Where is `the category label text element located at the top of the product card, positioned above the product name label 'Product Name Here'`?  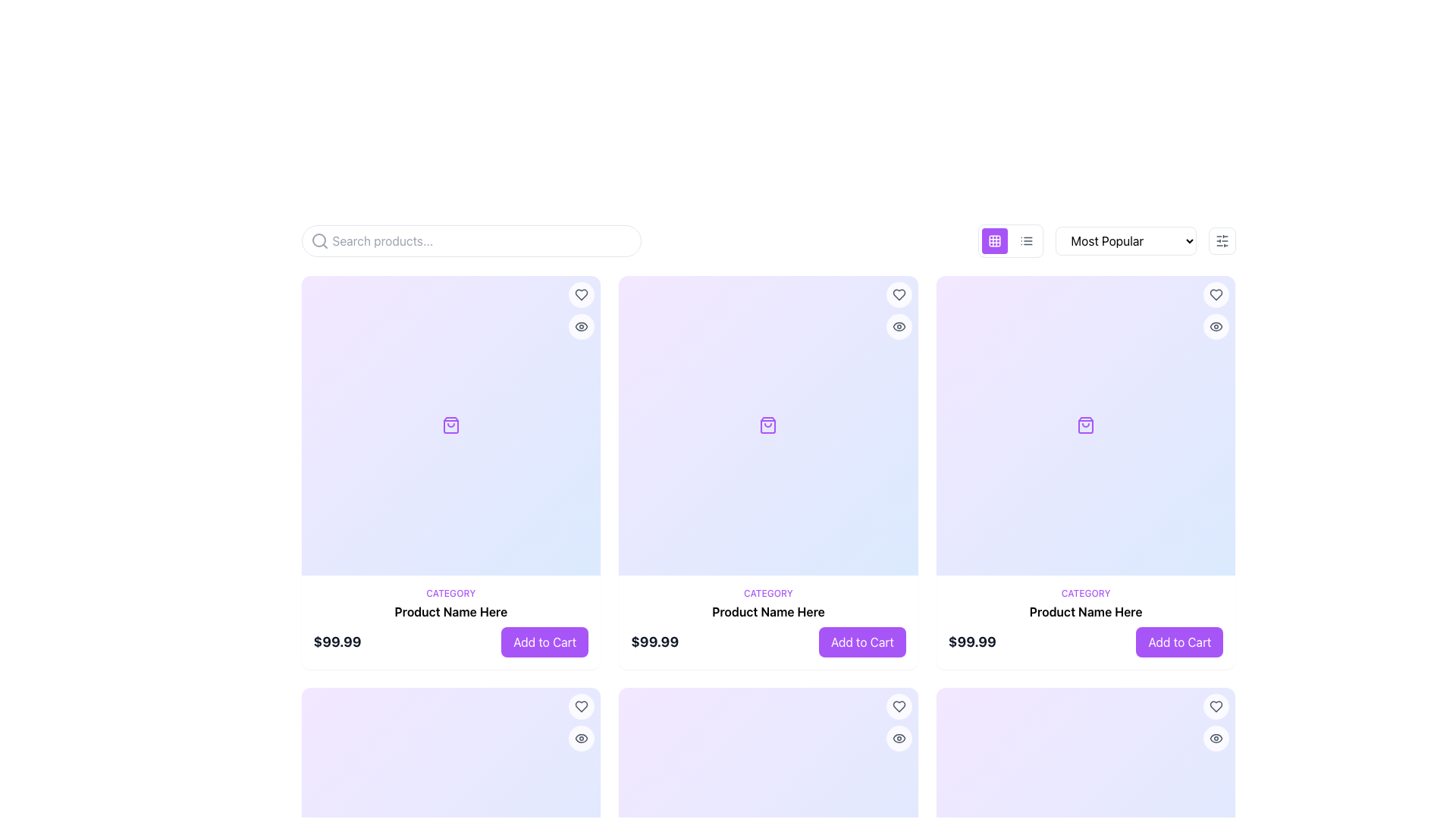
the category label text element located at the top of the product card, positioned above the product name label 'Product Name Here' is located at coordinates (1085, 592).